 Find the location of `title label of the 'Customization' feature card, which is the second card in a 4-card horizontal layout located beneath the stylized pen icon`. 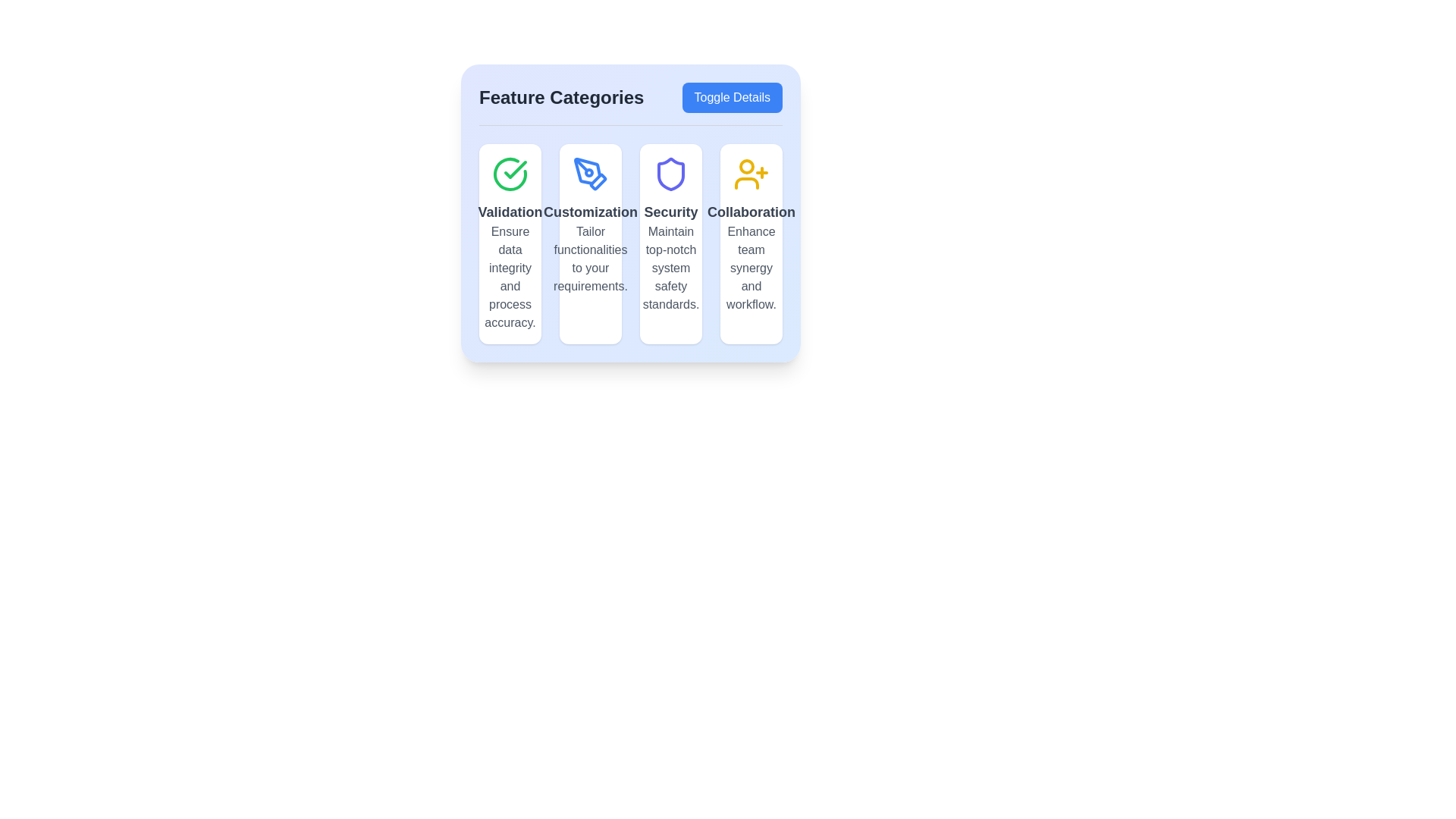

title label of the 'Customization' feature card, which is the second card in a 4-card horizontal layout located beneath the stylized pen icon is located at coordinates (589, 212).